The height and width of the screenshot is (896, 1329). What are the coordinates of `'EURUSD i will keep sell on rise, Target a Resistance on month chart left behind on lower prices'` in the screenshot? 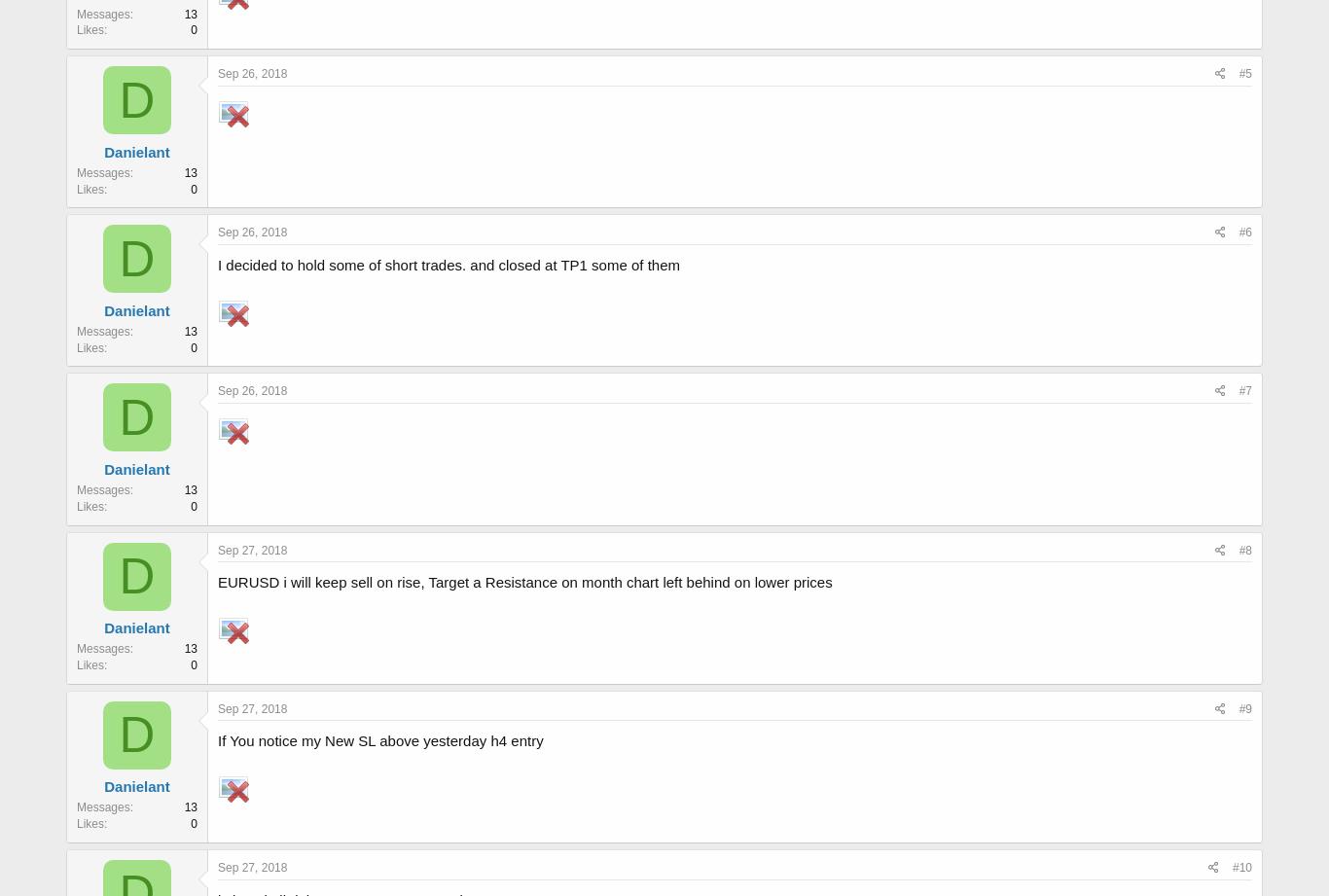 It's located at (524, 581).